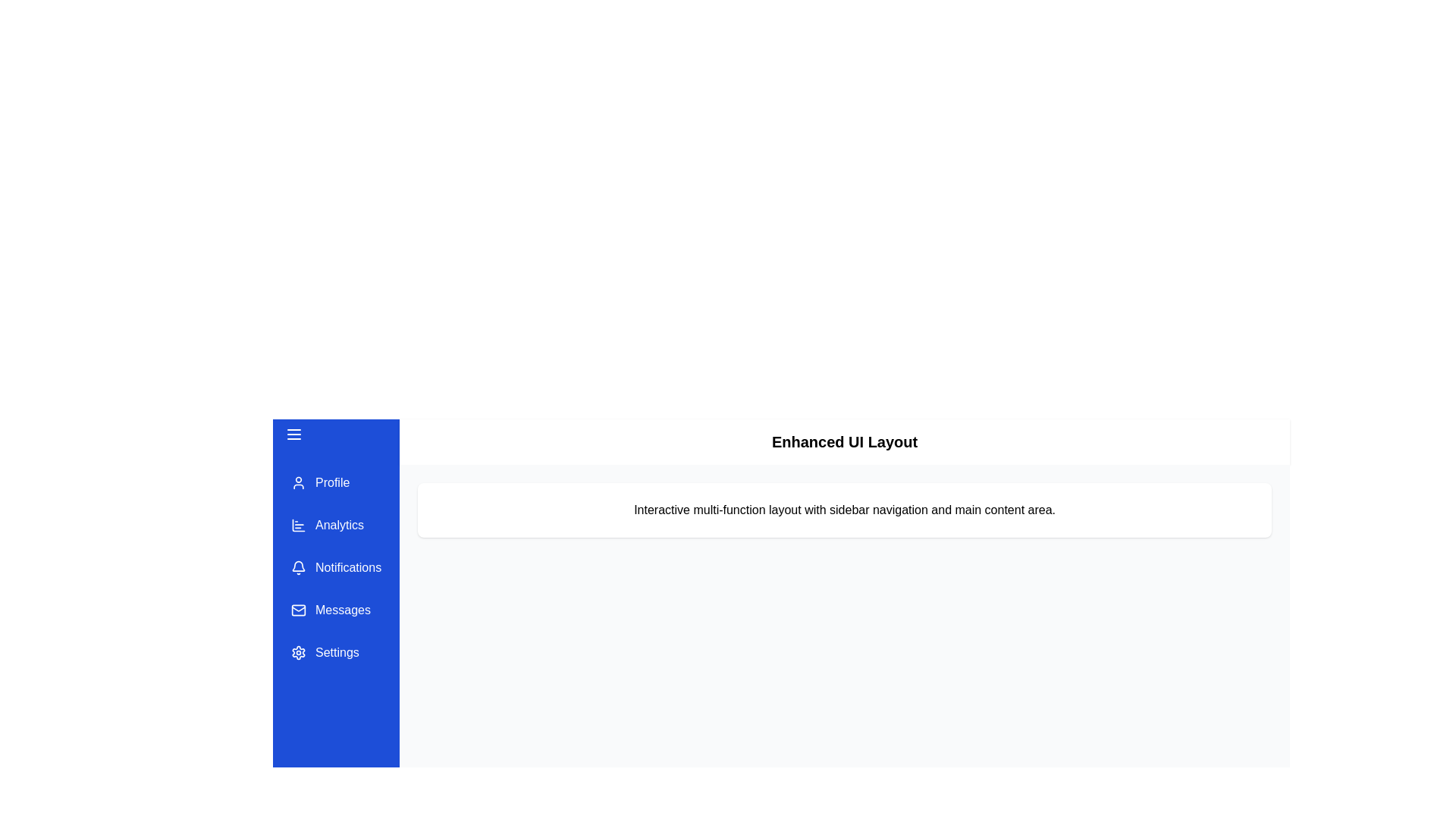 This screenshot has height=819, width=1456. Describe the element at coordinates (298, 651) in the screenshot. I see `the 'Settings' icon located in the left sidebar adjacent to the 'Settings' label` at that location.